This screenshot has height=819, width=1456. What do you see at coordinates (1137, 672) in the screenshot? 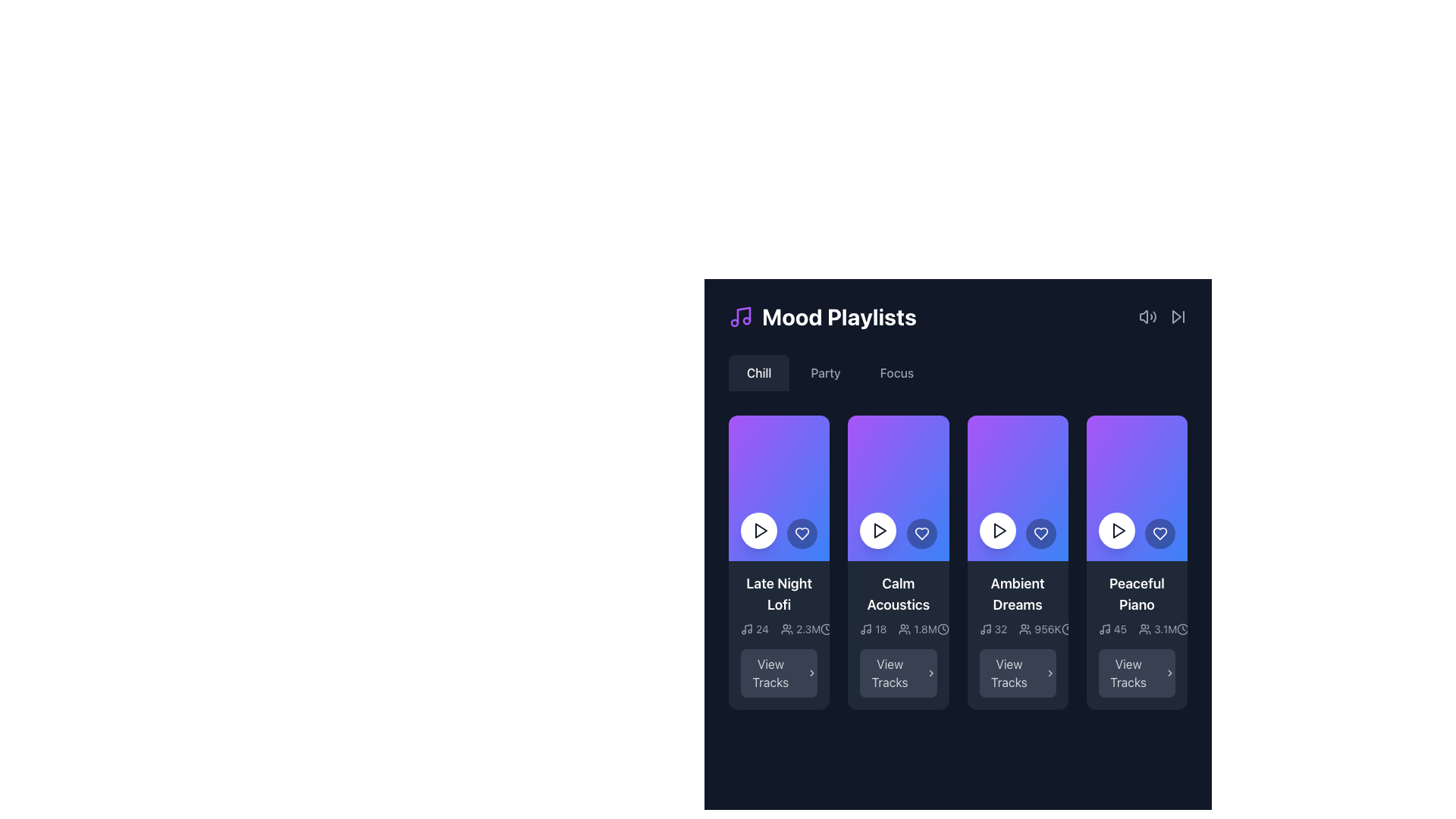
I see `the 'View Tracks' button located at the bottom section of the 'Peaceful Piano' playlist card` at bounding box center [1137, 672].